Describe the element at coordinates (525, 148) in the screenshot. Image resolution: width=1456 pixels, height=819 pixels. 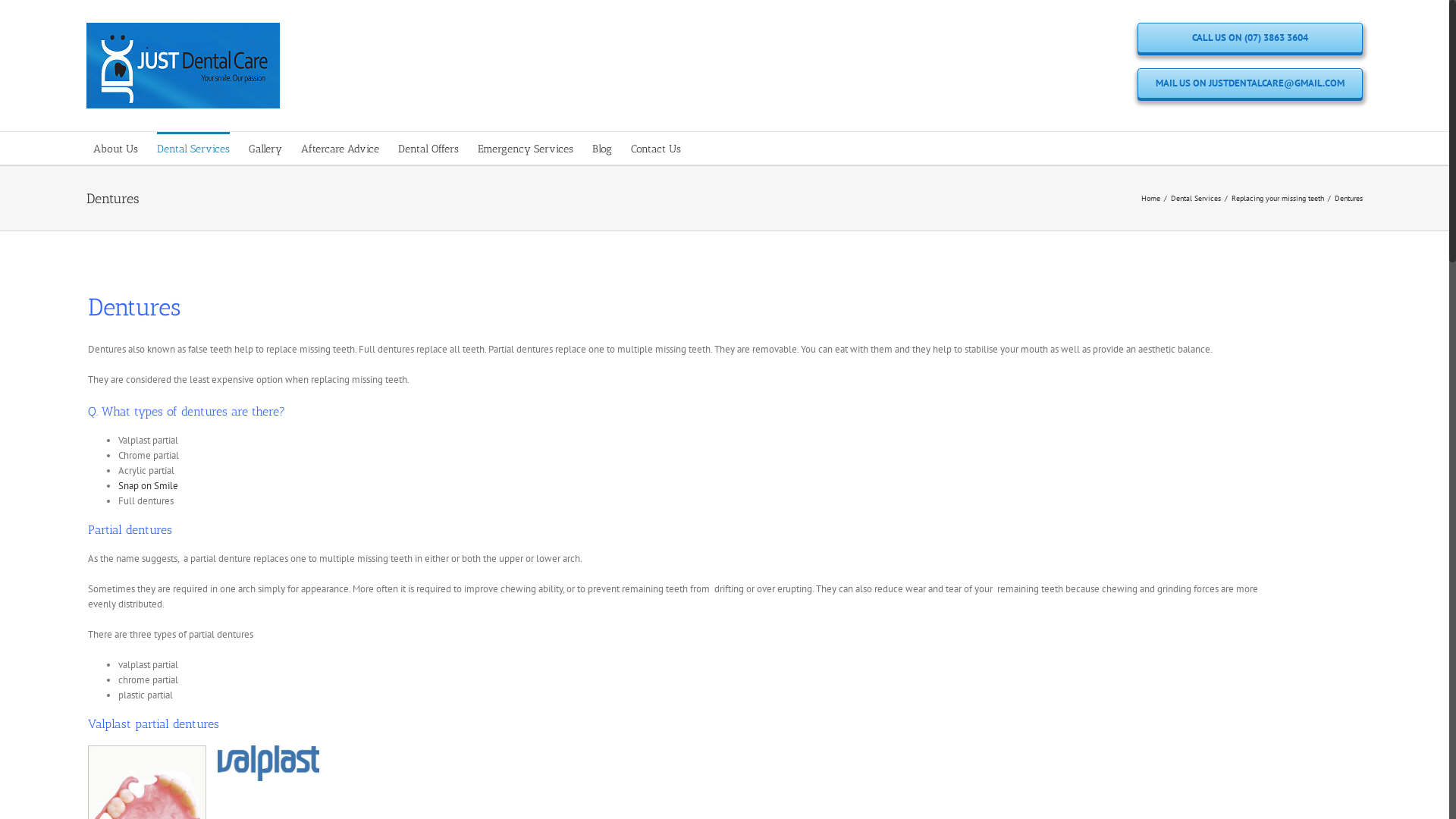
I see `'Emergency Services'` at that location.